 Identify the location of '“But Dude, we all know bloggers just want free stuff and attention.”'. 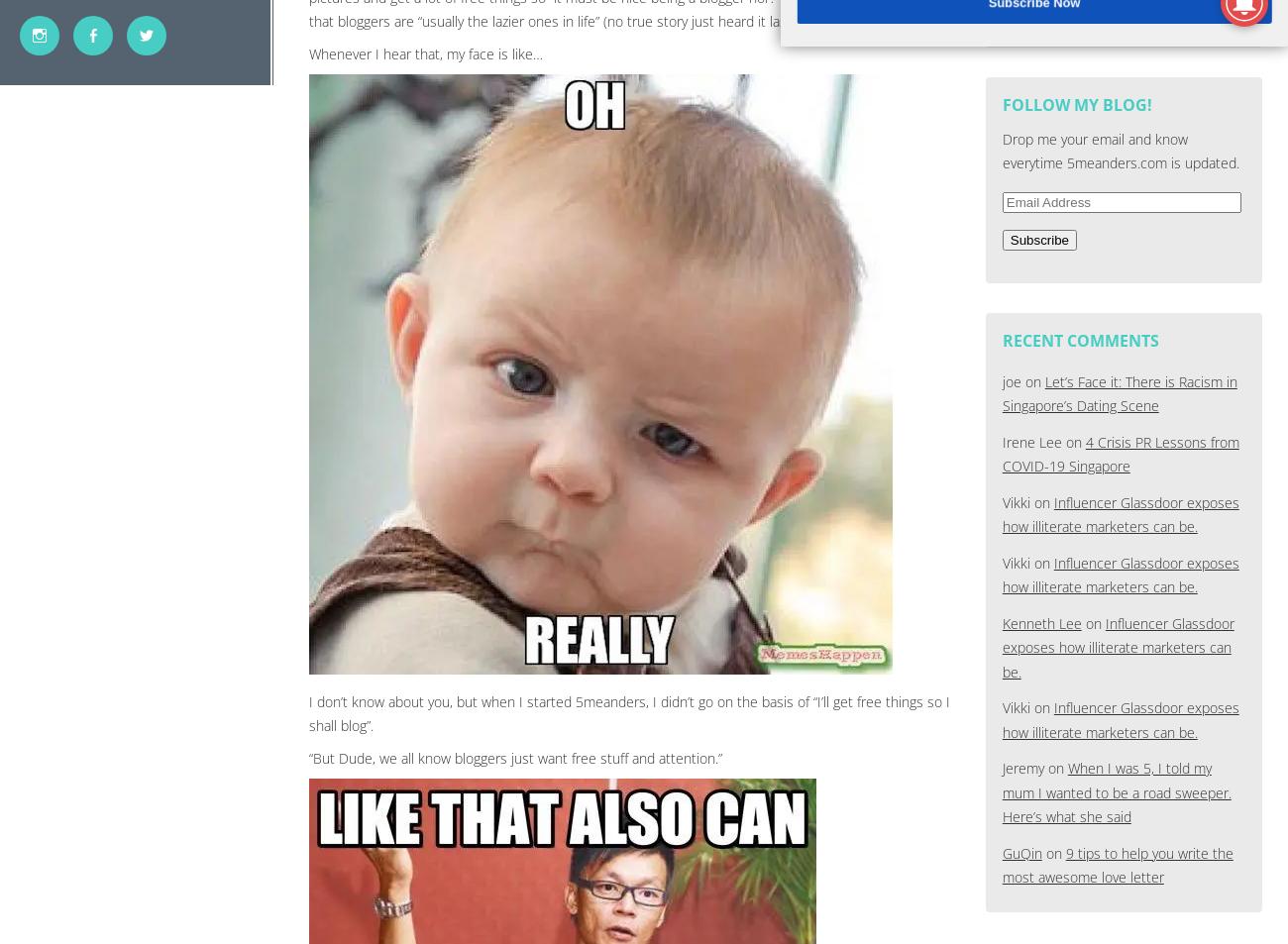
(515, 757).